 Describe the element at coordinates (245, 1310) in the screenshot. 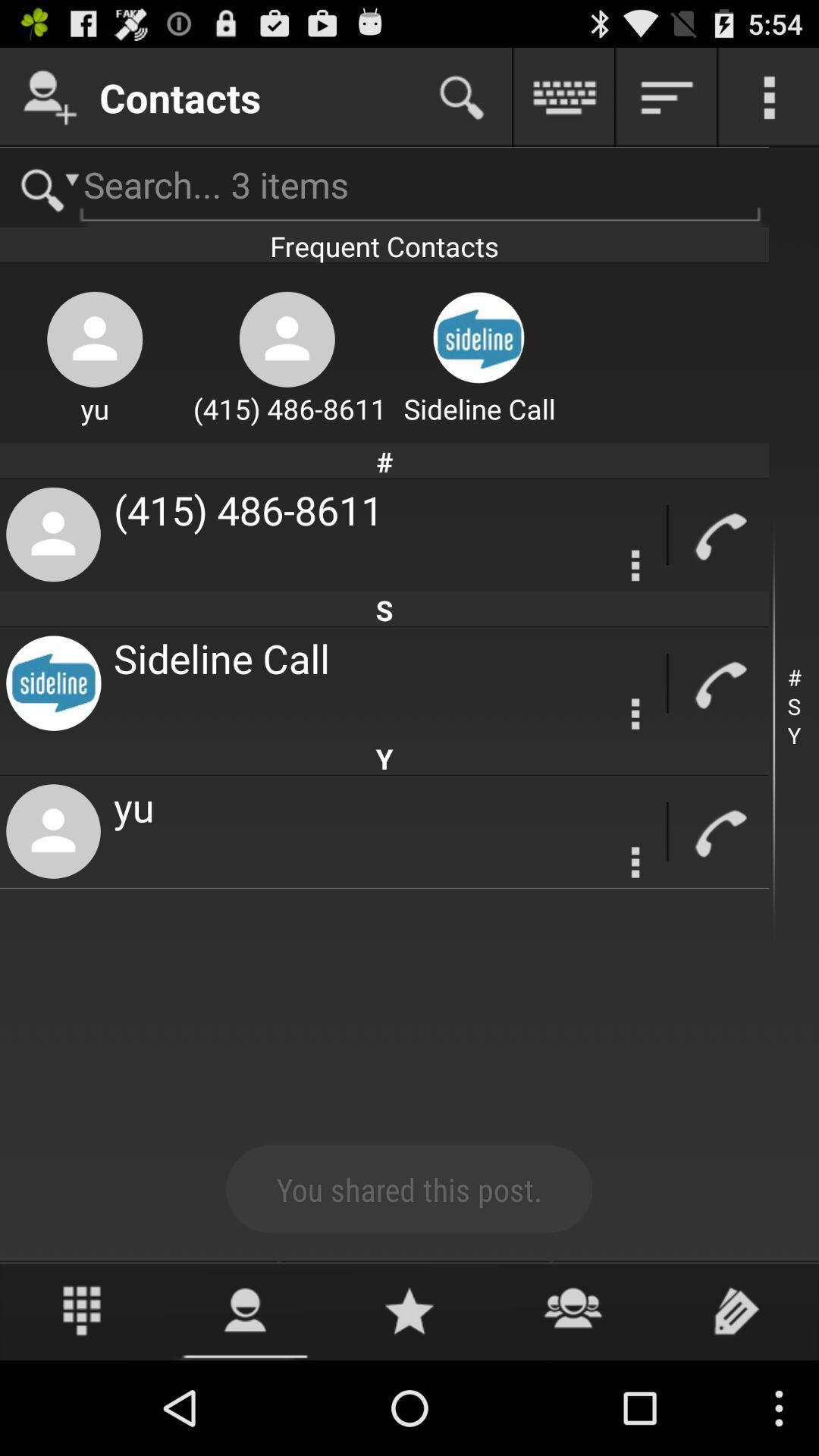

I see `contact option` at that location.